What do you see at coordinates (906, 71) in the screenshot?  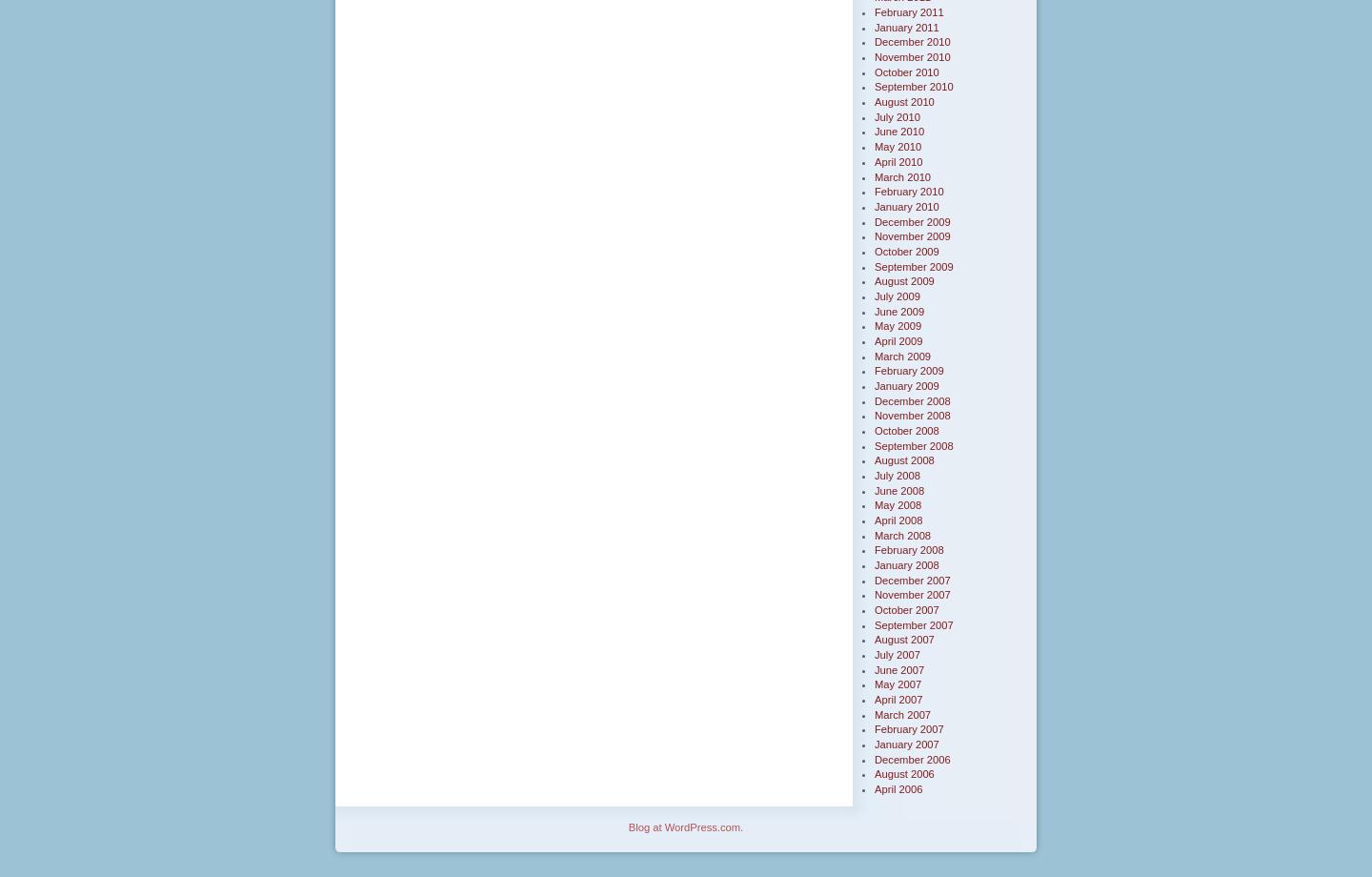 I see `'October 2010'` at bounding box center [906, 71].